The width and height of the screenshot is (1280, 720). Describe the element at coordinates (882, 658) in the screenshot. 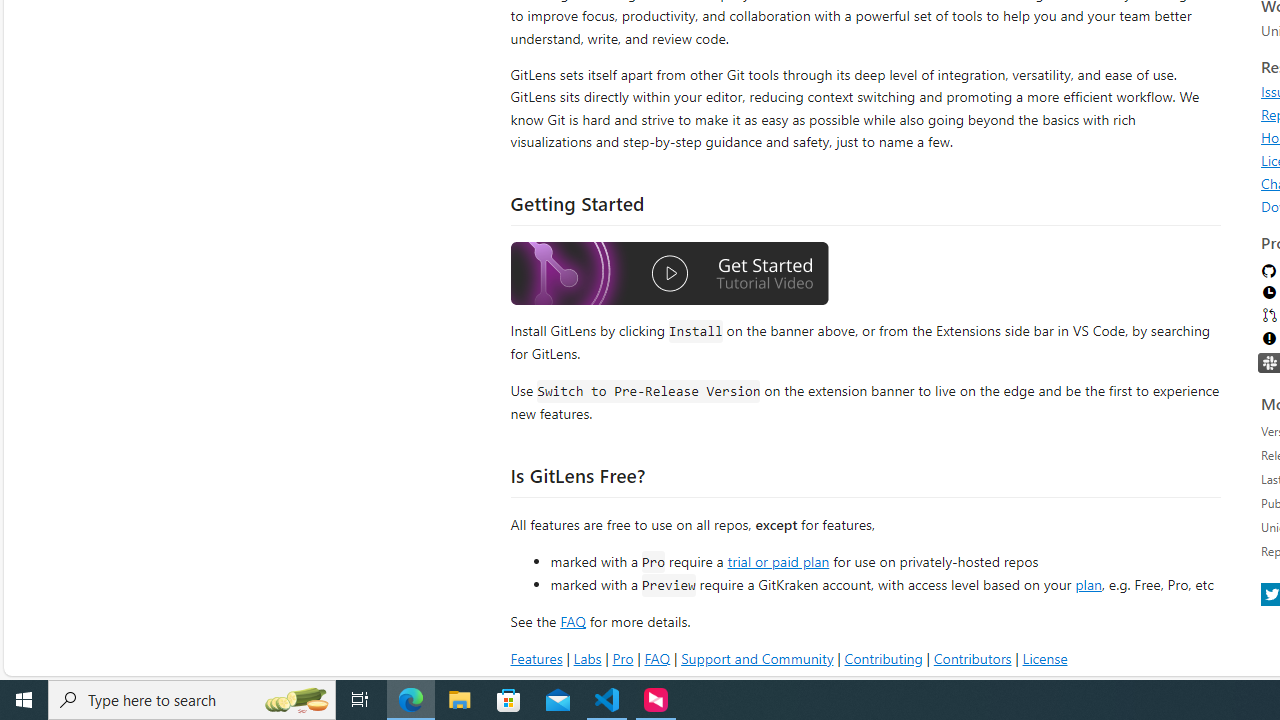

I see `'Contributing'` at that location.